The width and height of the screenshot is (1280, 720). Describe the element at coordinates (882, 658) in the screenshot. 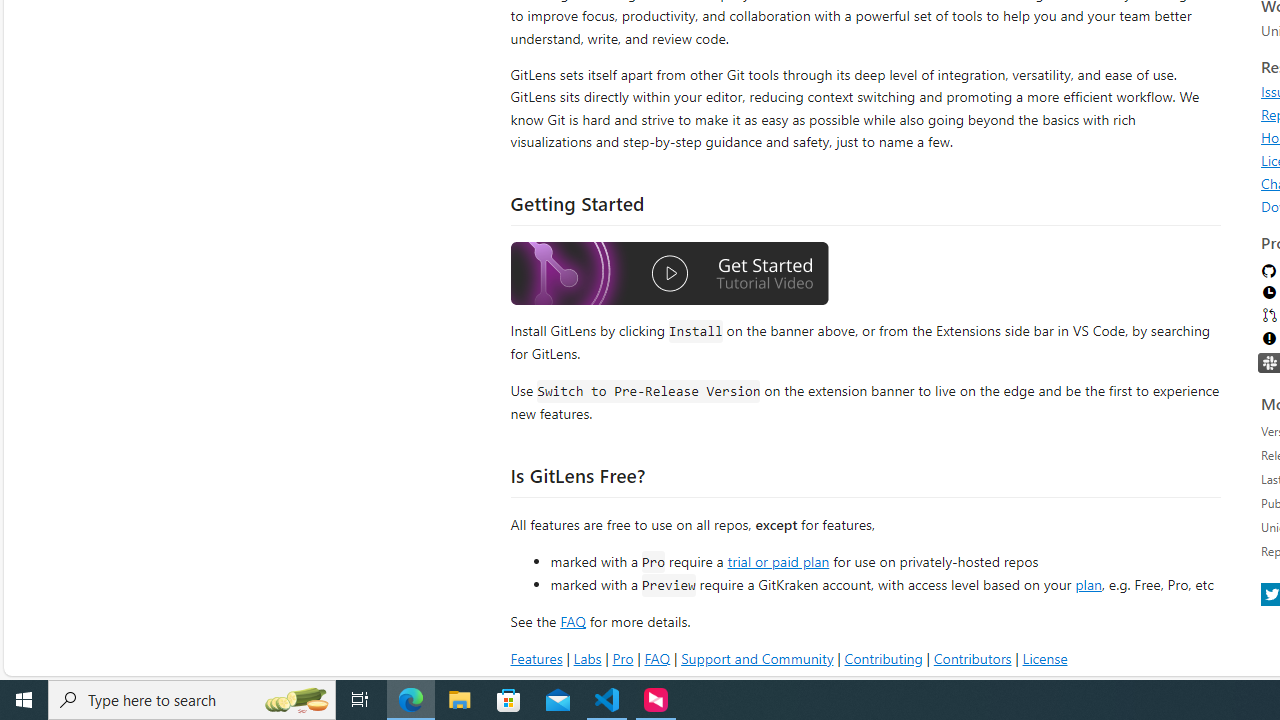

I see `'Contributing'` at that location.